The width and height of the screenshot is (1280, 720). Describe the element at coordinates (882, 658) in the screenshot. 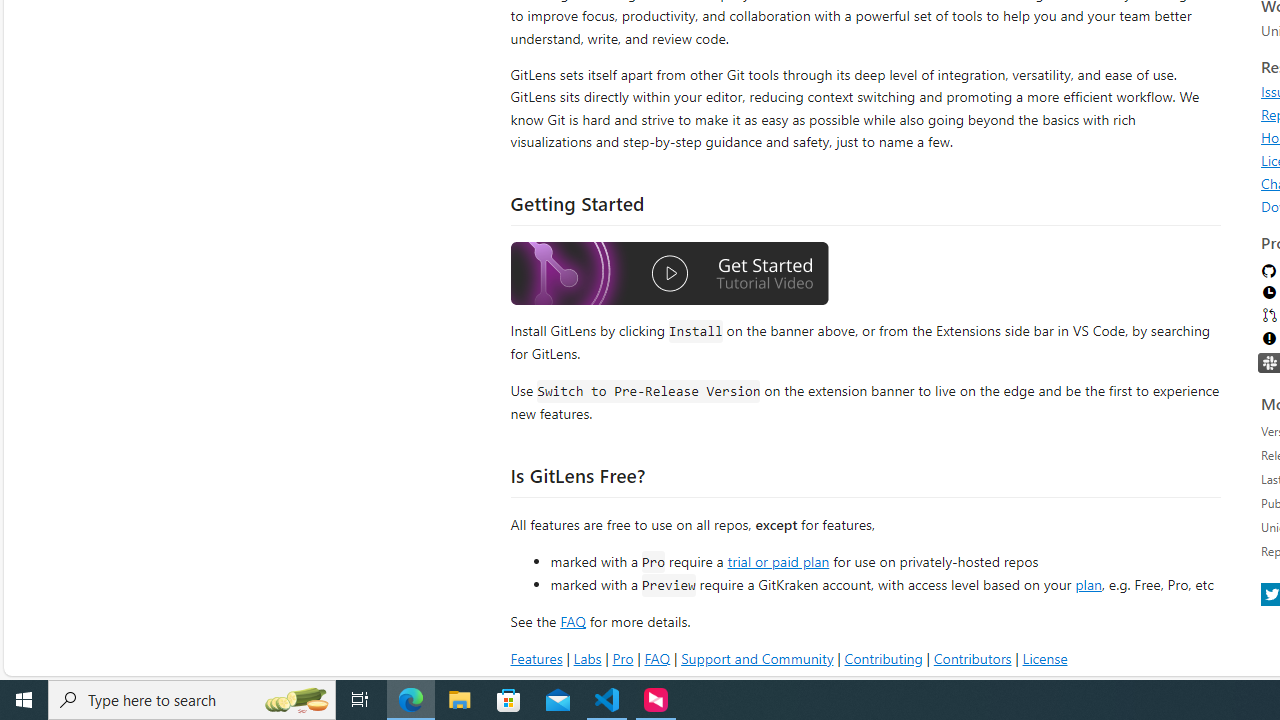

I see `'Contributing'` at that location.